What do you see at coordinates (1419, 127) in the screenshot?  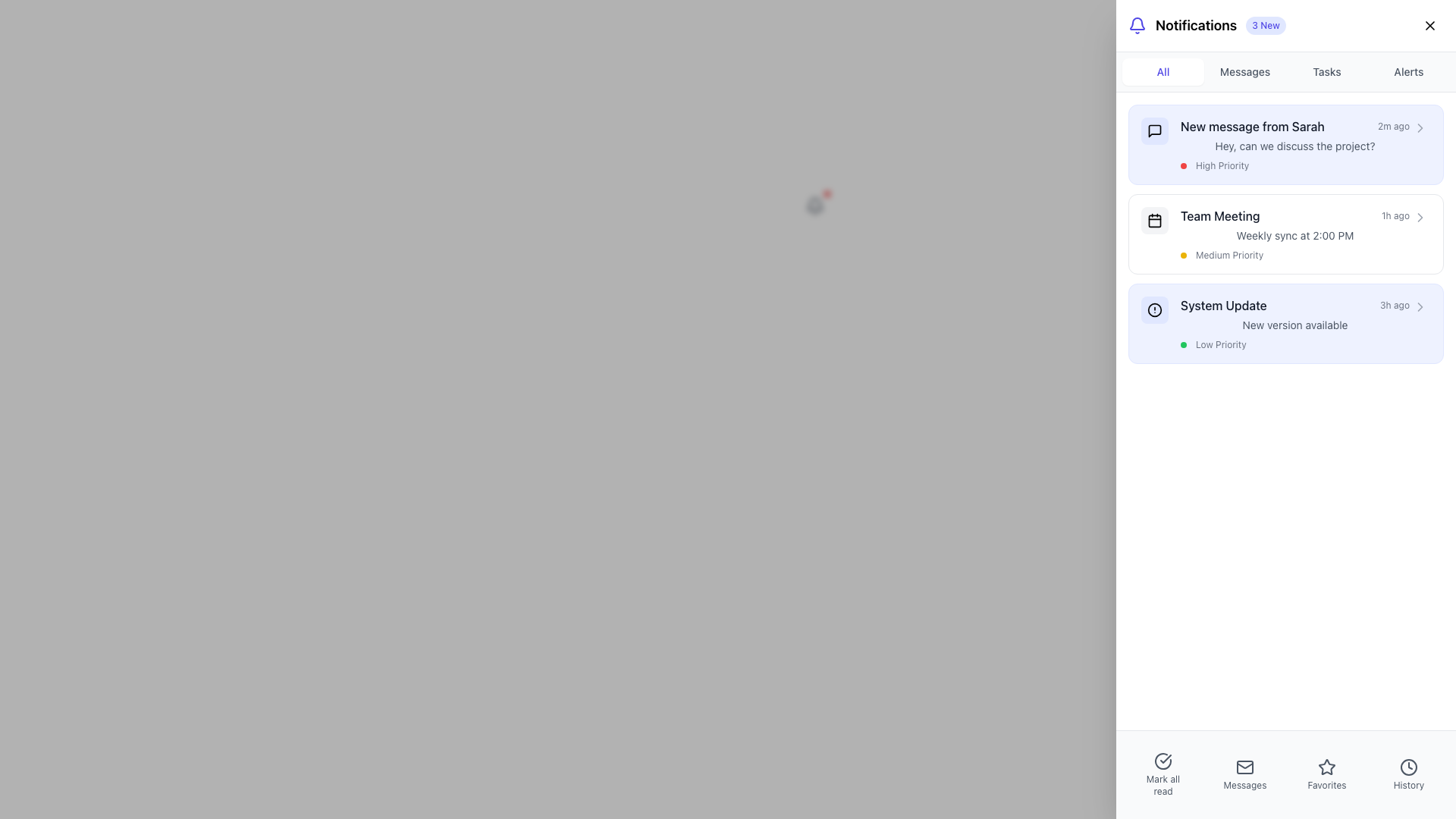 I see `the rightward-facing chevron button with a rounded background, located at the right end of the notification item labeled 'New message from Sarah'` at bounding box center [1419, 127].